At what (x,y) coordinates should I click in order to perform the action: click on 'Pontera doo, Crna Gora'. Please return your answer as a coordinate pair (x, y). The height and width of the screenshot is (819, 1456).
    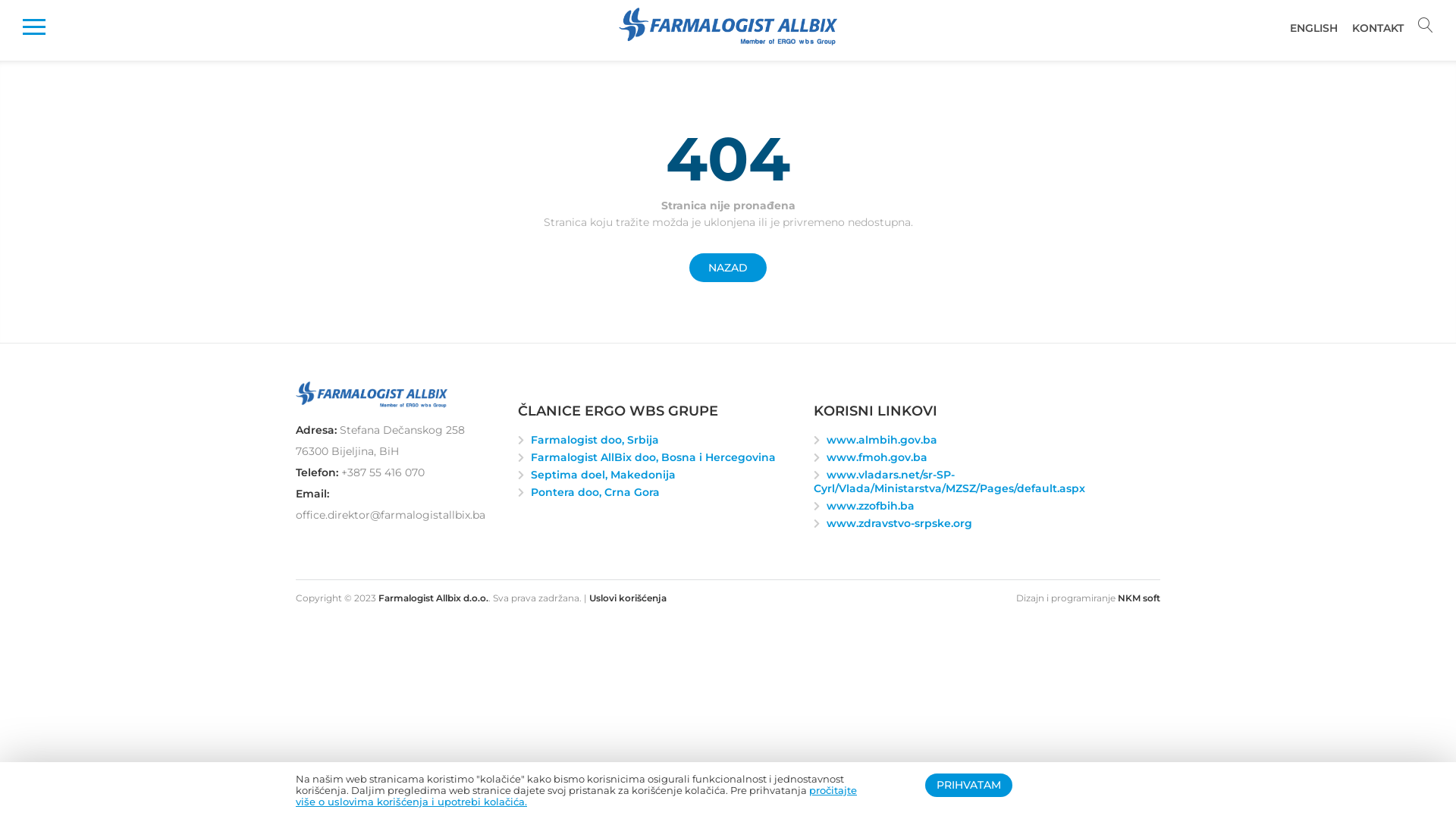
    Looking at the image, I should click on (595, 491).